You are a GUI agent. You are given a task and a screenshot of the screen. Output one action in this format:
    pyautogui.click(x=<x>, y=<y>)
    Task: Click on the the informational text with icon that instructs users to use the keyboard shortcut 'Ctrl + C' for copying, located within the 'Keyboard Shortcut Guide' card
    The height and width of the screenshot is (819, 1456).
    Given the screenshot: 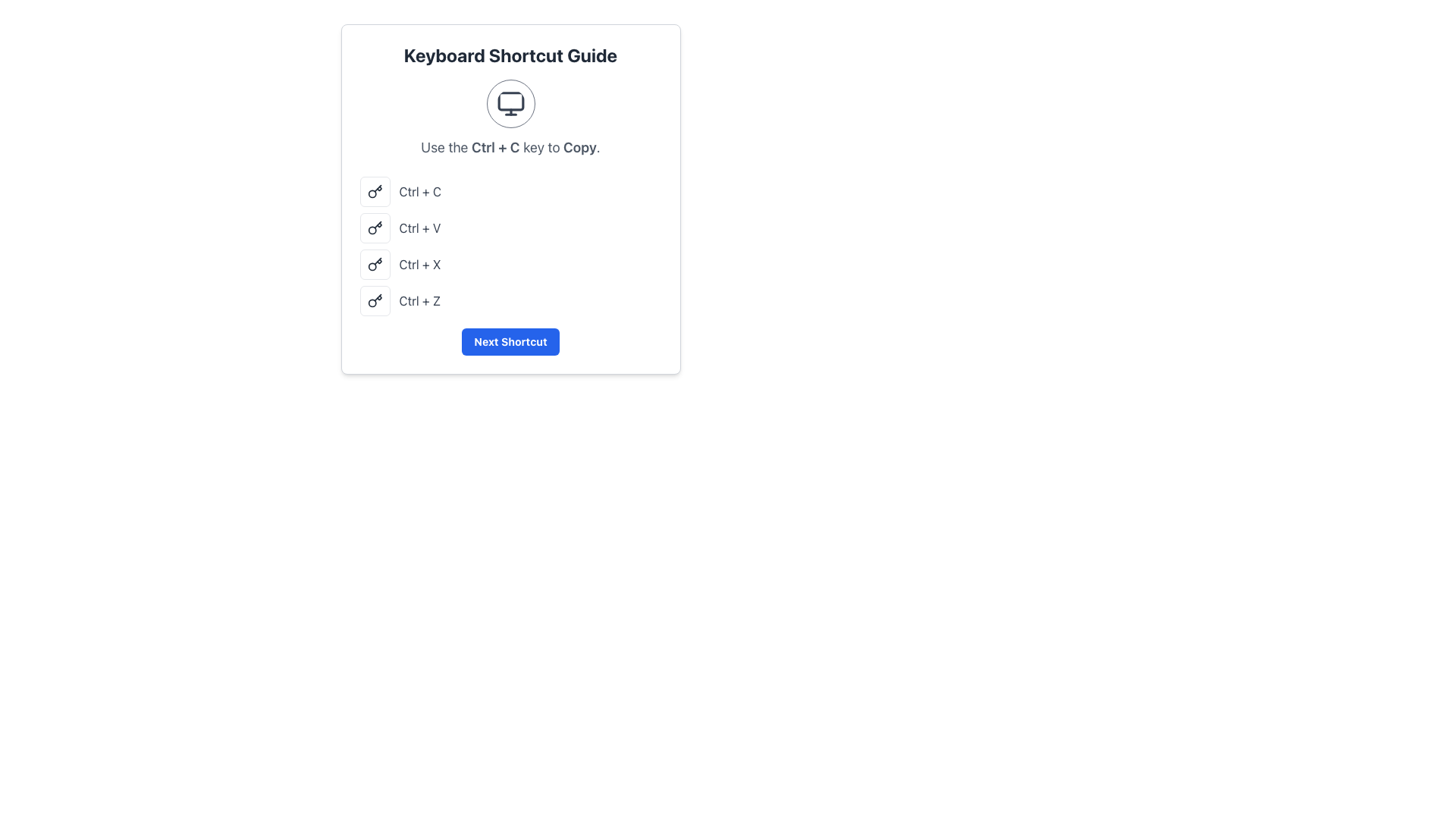 What is the action you would take?
    pyautogui.click(x=510, y=118)
    